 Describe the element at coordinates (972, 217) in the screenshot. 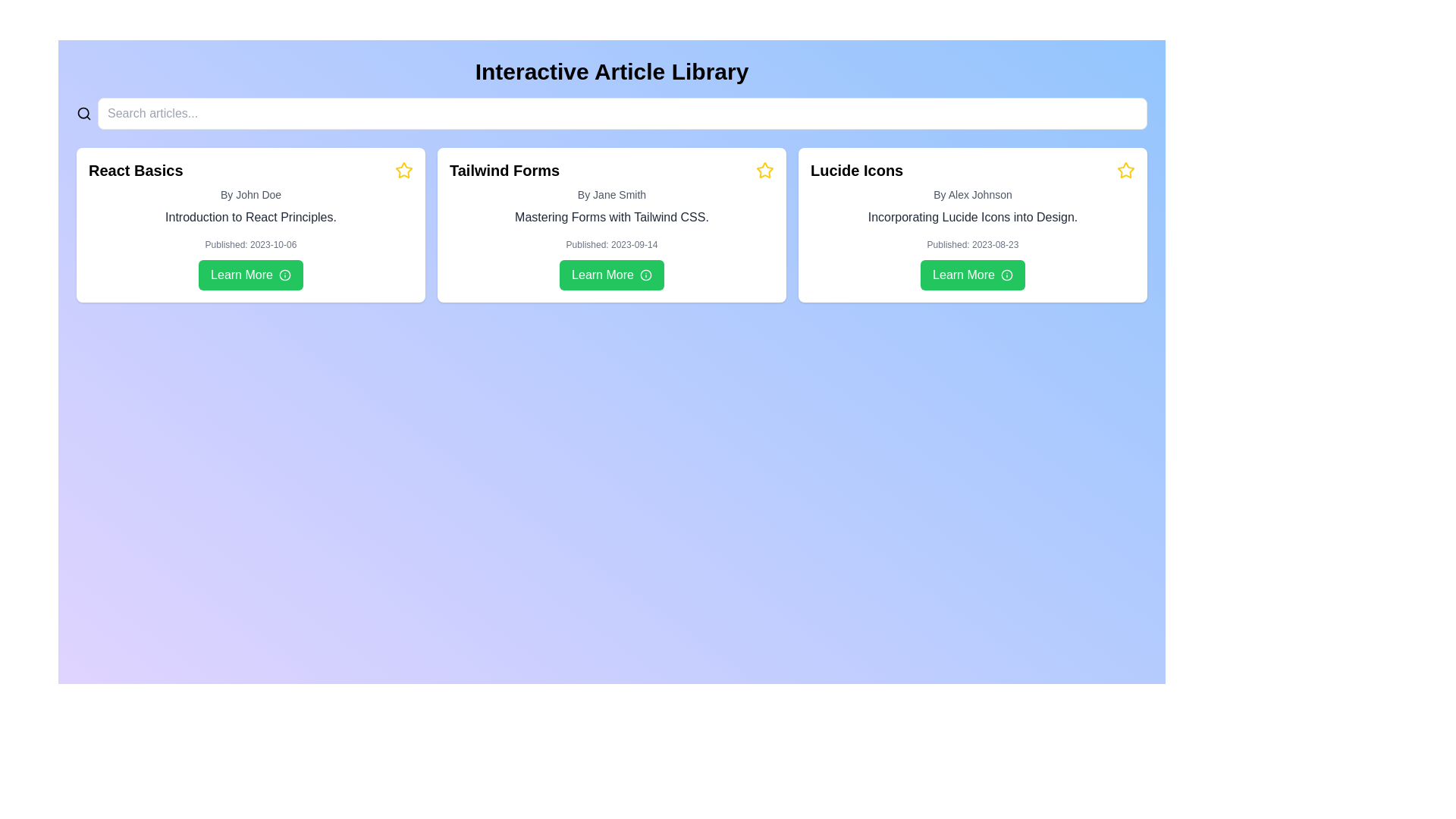

I see `the static text element that serves as the title or description of an article, located within the third card, between 'By Alex Johnson' and 'Published: 2023-08-23'` at that location.